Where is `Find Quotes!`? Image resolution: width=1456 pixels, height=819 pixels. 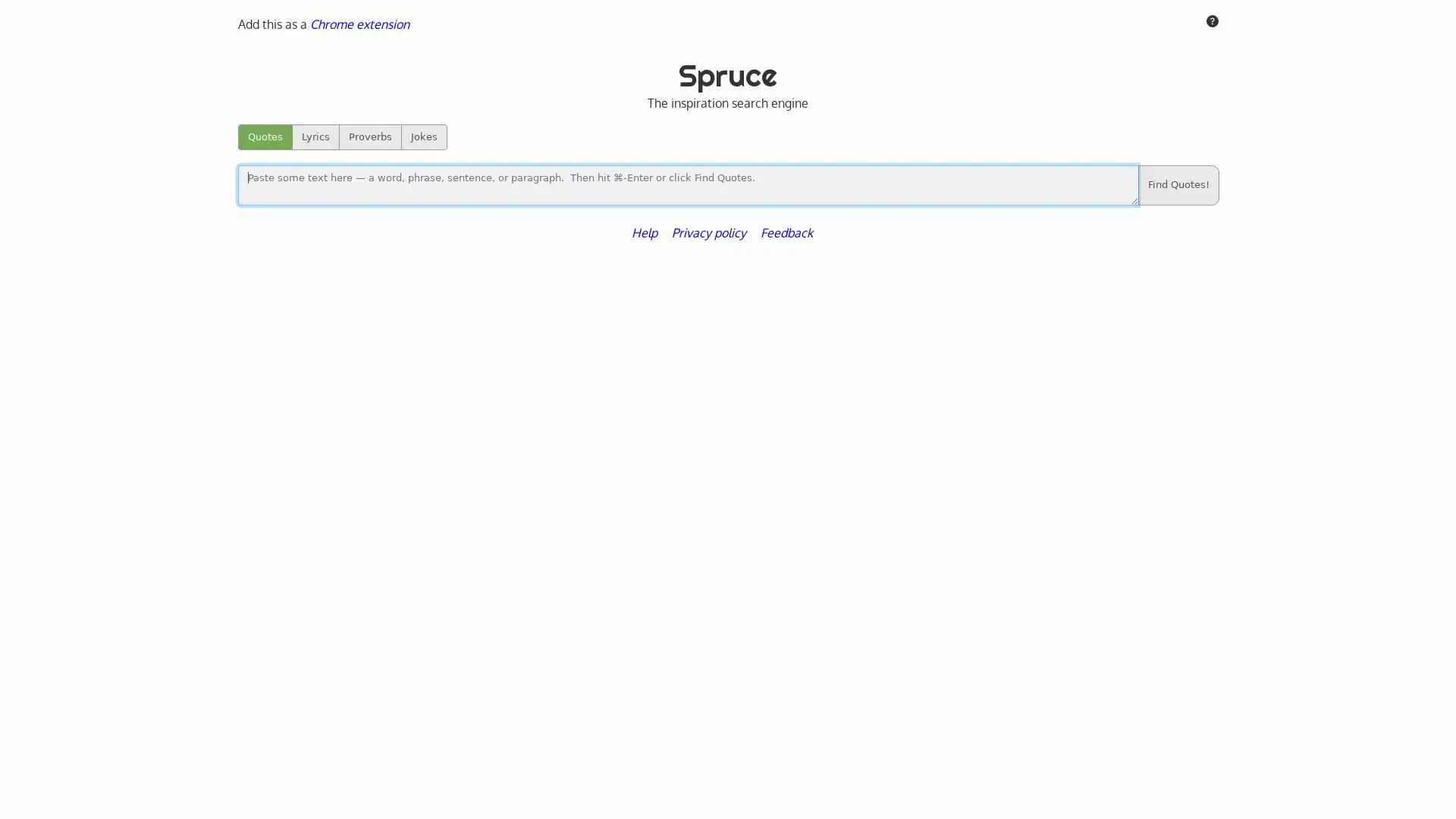
Find Quotes! is located at coordinates (1177, 184).